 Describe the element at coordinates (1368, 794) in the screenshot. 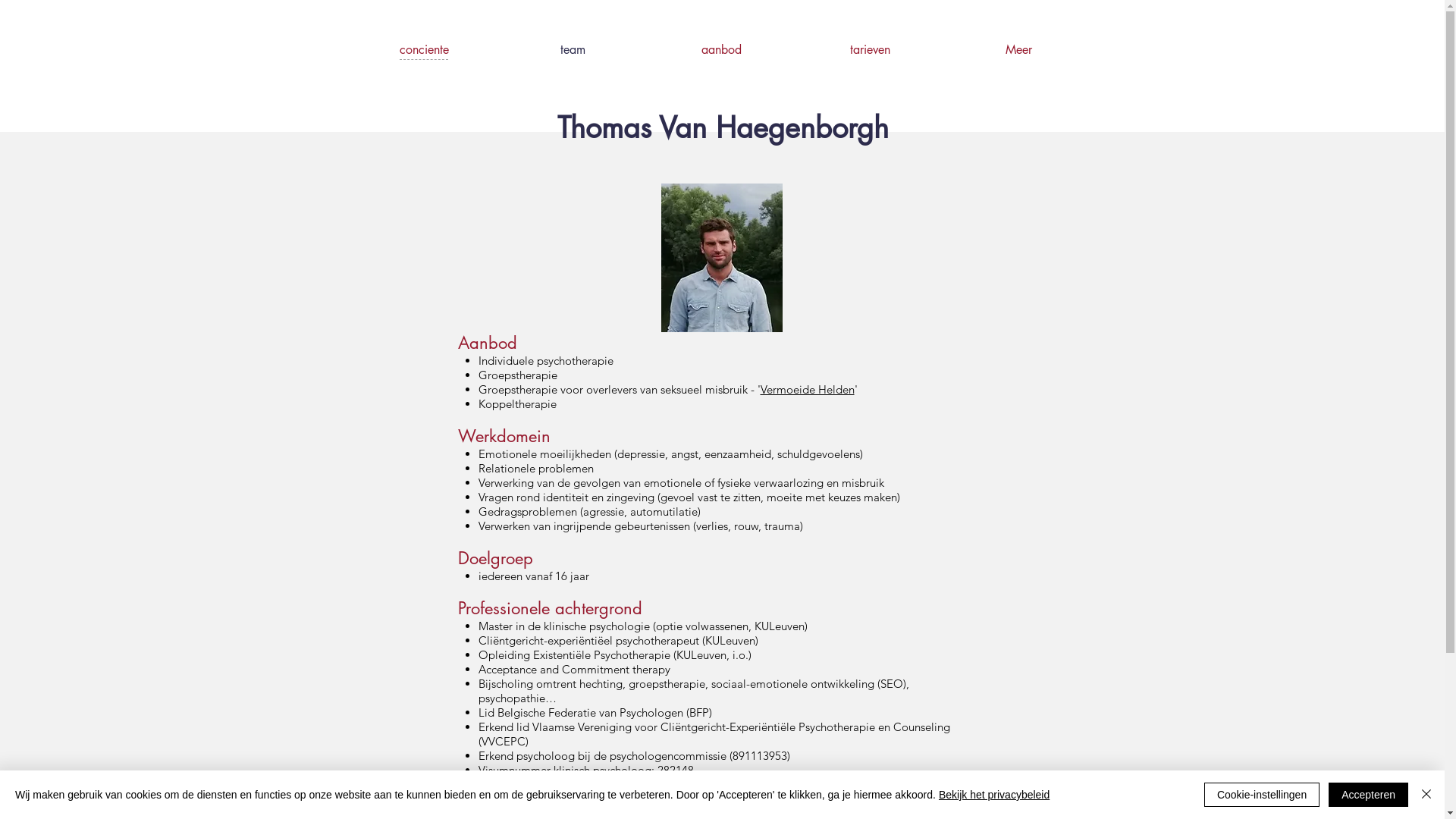

I see `'Accepteren'` at that location.